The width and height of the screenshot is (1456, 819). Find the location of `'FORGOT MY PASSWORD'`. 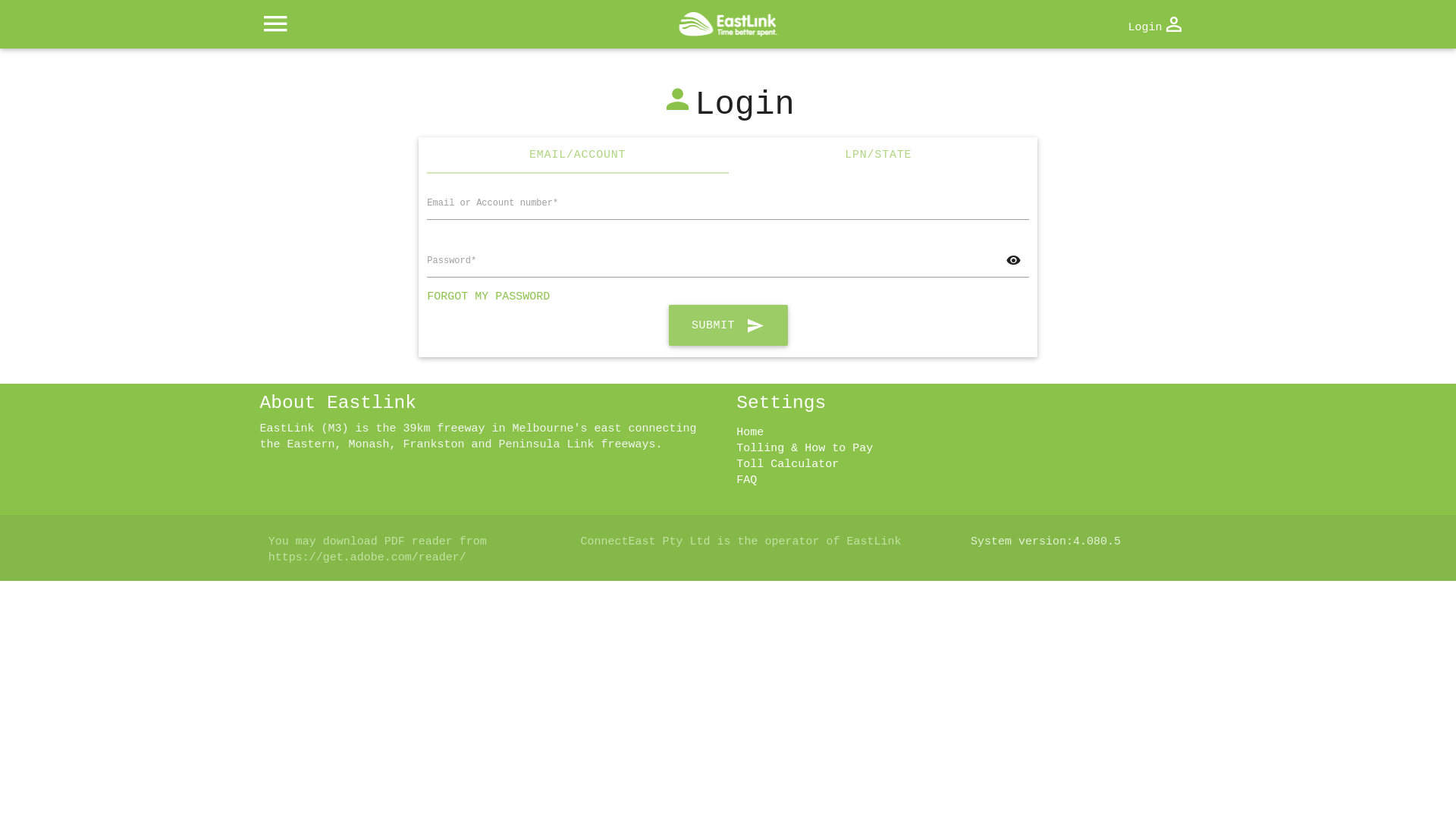

'FORGOT MY PASSWORD' is located at coordinates (488, 297).